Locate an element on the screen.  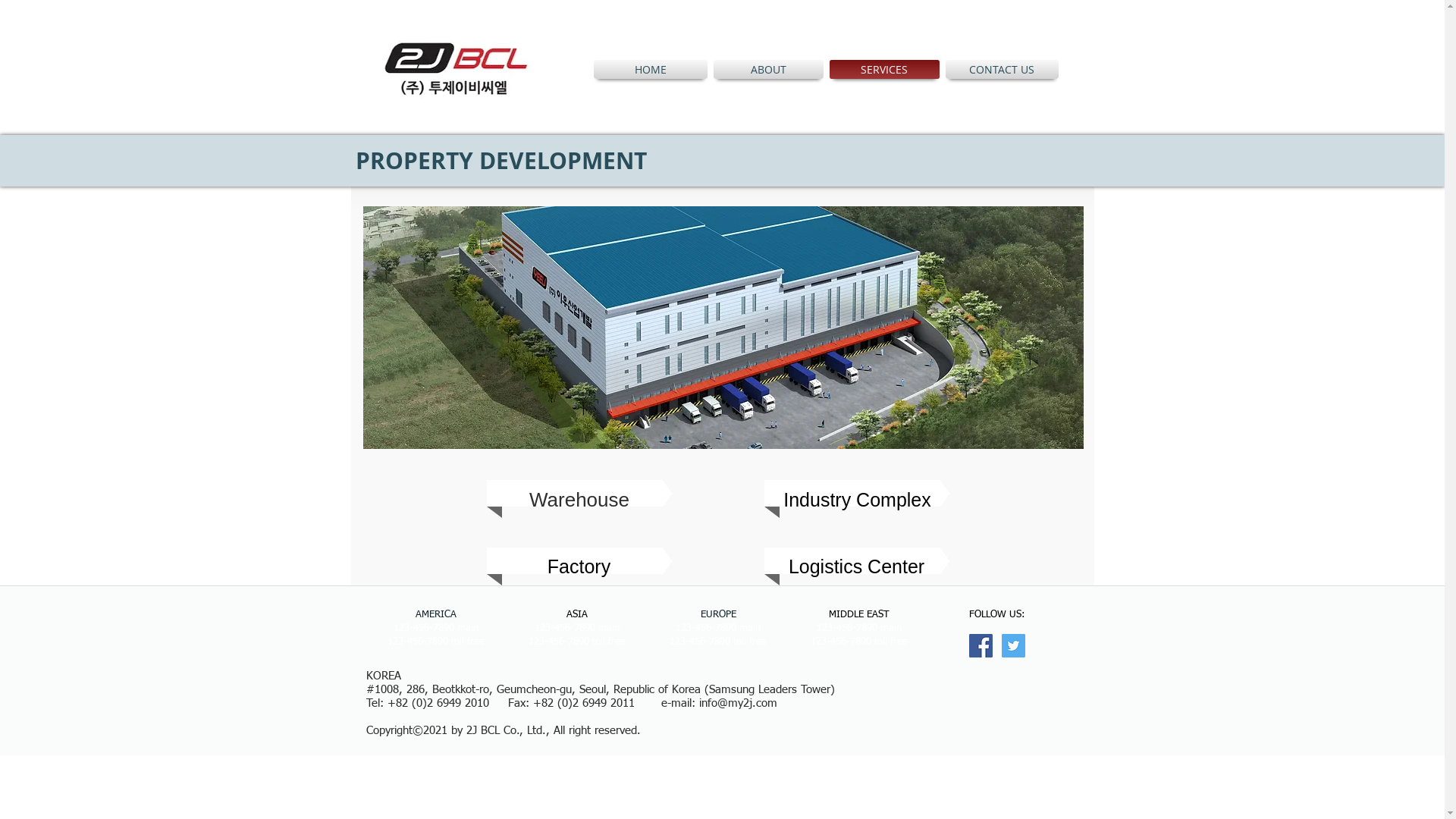
'SERVICES' is located at coordinates (884, 69).